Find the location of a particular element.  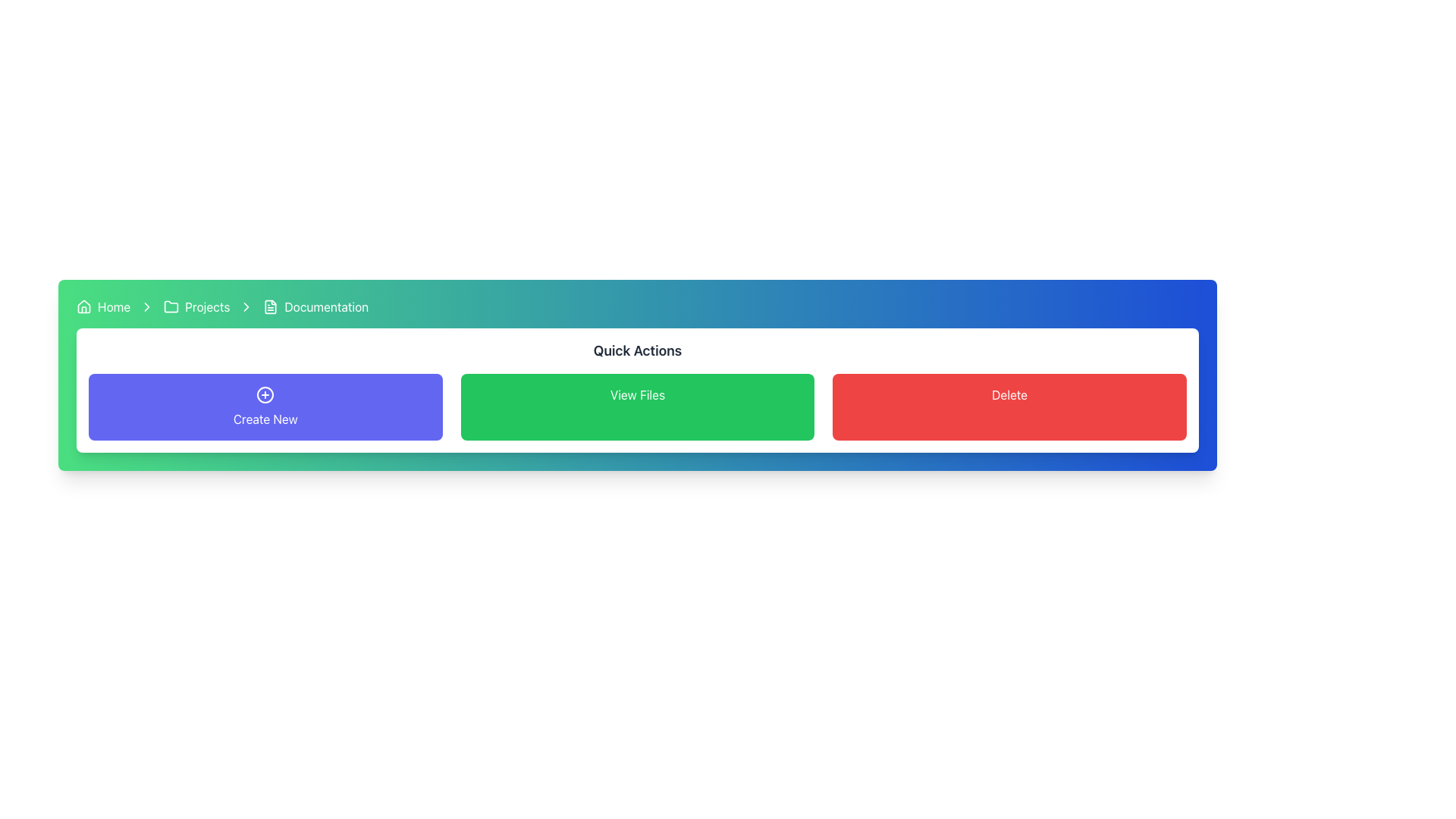

the right-facing arrow icon located in the breadcrumb navigation bar between the 'Home' and 'Projects' text items is located at coordinates (147, 307).